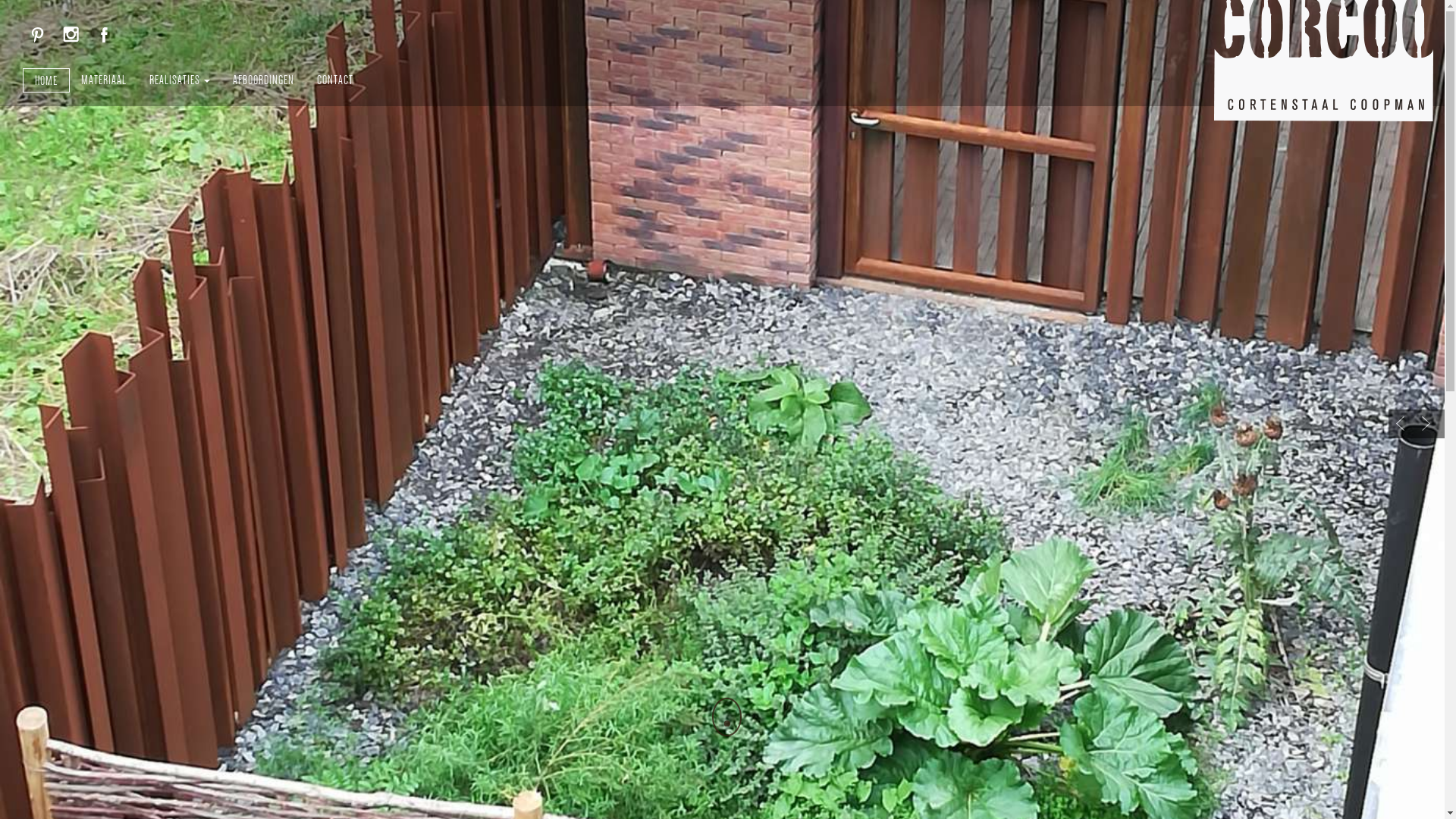 The image size is (1456, 819). Describe the element at coordinates (0, 0) in the screenshot. I see `'Skip to main content'` at that location.